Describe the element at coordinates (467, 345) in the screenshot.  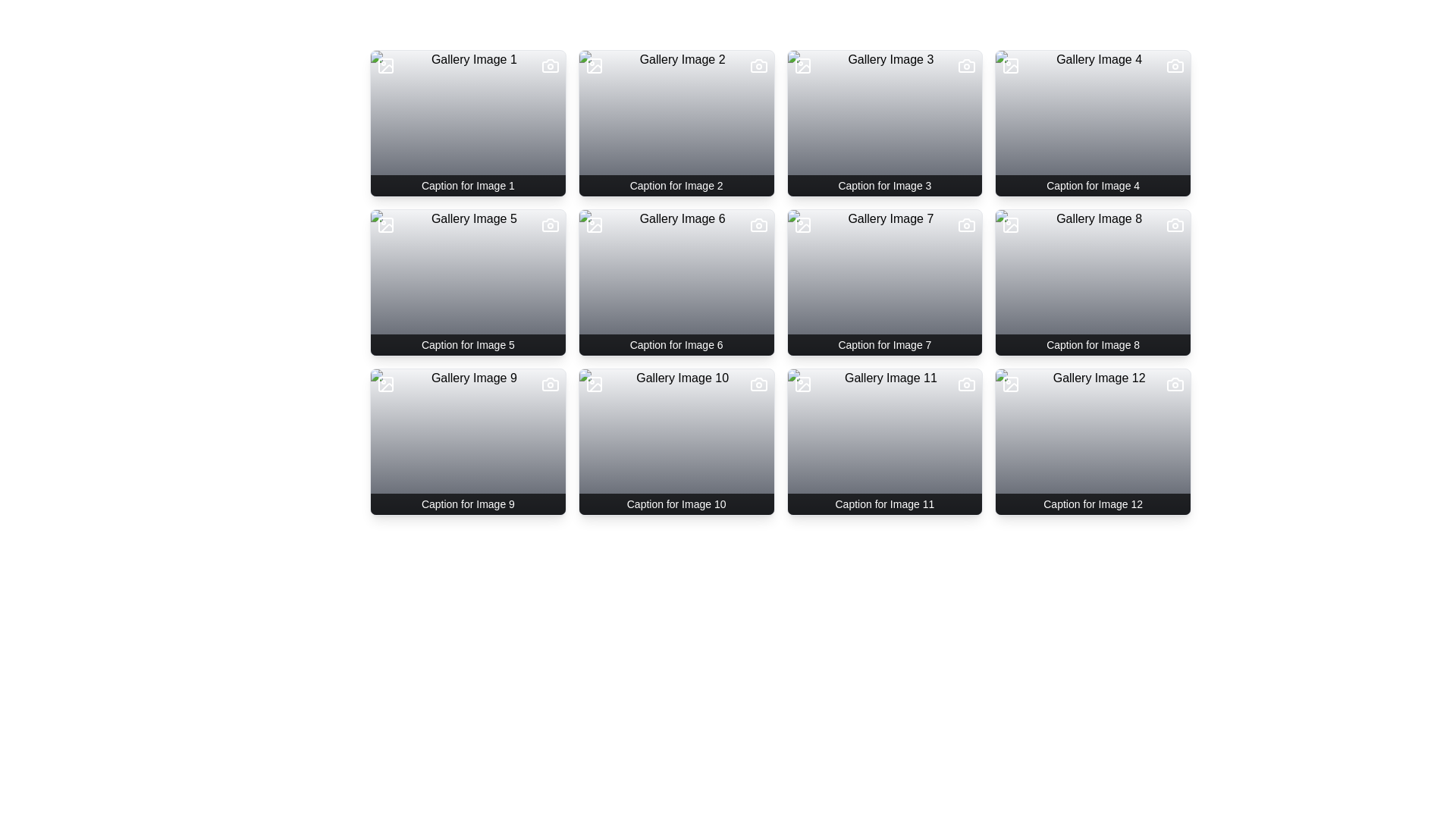
I see `the Text label displaying 'Caption for Image 5', which is located at the bottom of the gallery card labeled 'Gallery Image 5'` at that location.